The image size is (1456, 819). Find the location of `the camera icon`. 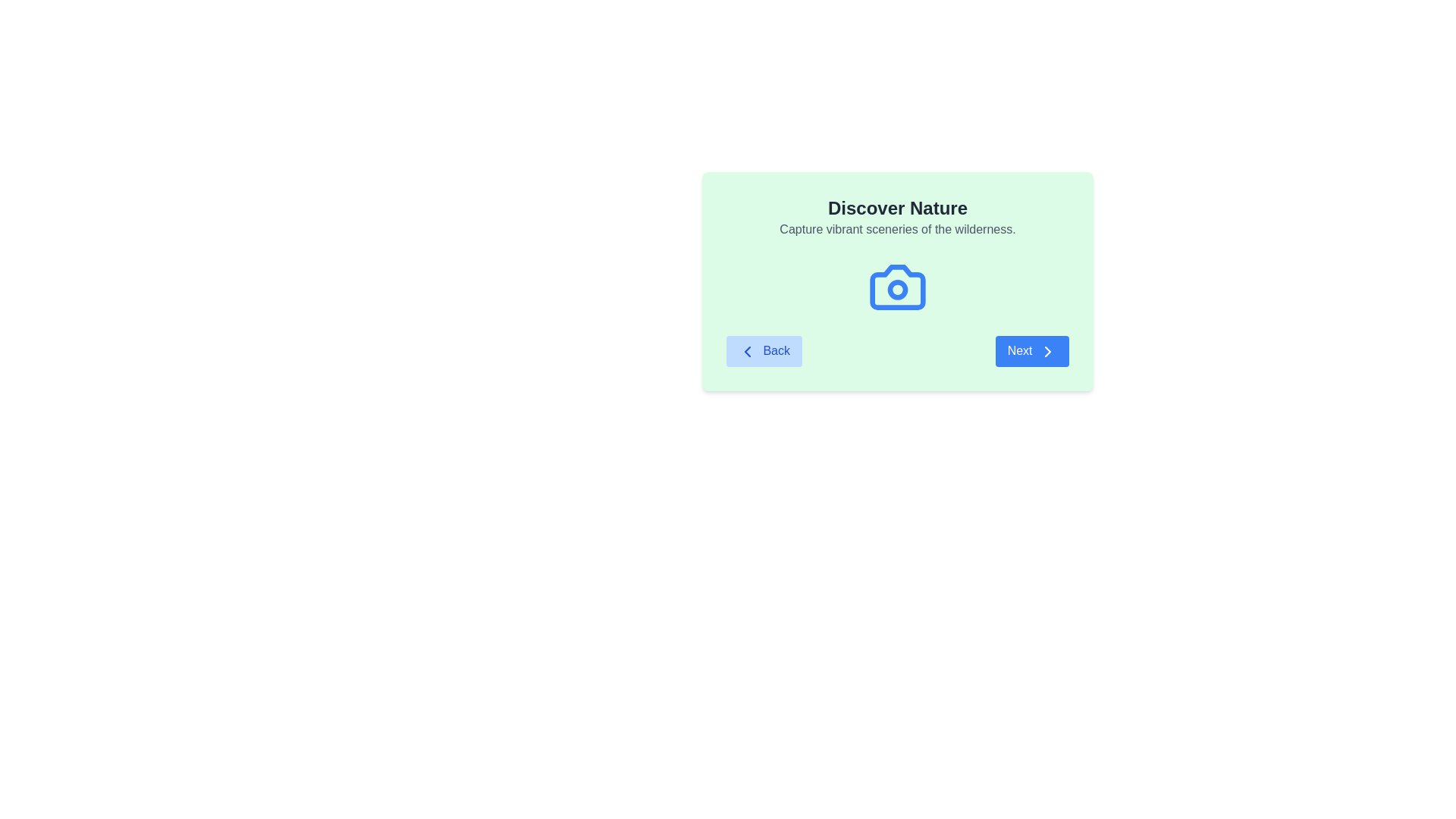

the camera icon is located at coordinates (898, 287).